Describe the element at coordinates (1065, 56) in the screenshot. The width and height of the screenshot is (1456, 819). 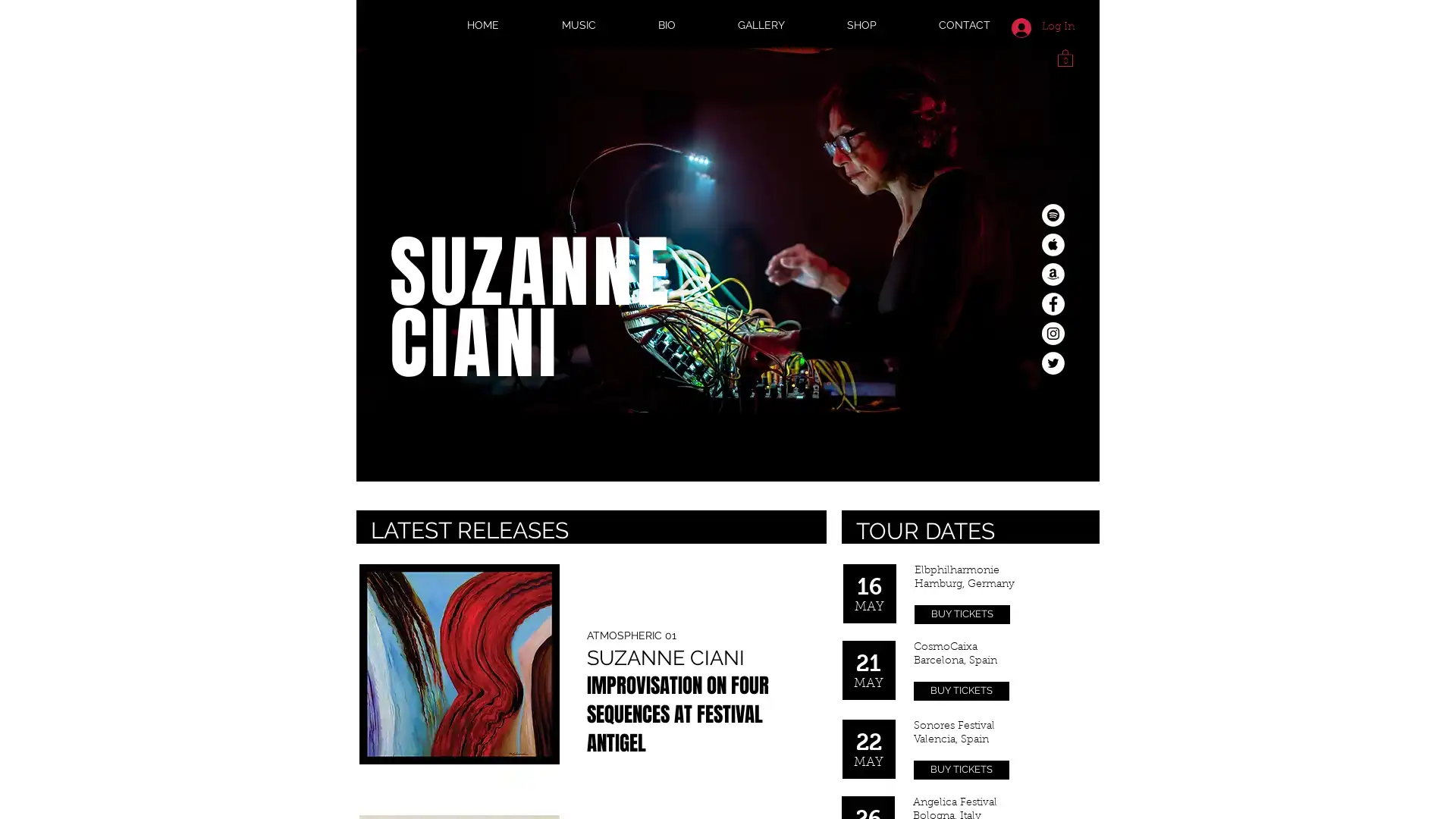
I see `Cart with 0 items` at that location.